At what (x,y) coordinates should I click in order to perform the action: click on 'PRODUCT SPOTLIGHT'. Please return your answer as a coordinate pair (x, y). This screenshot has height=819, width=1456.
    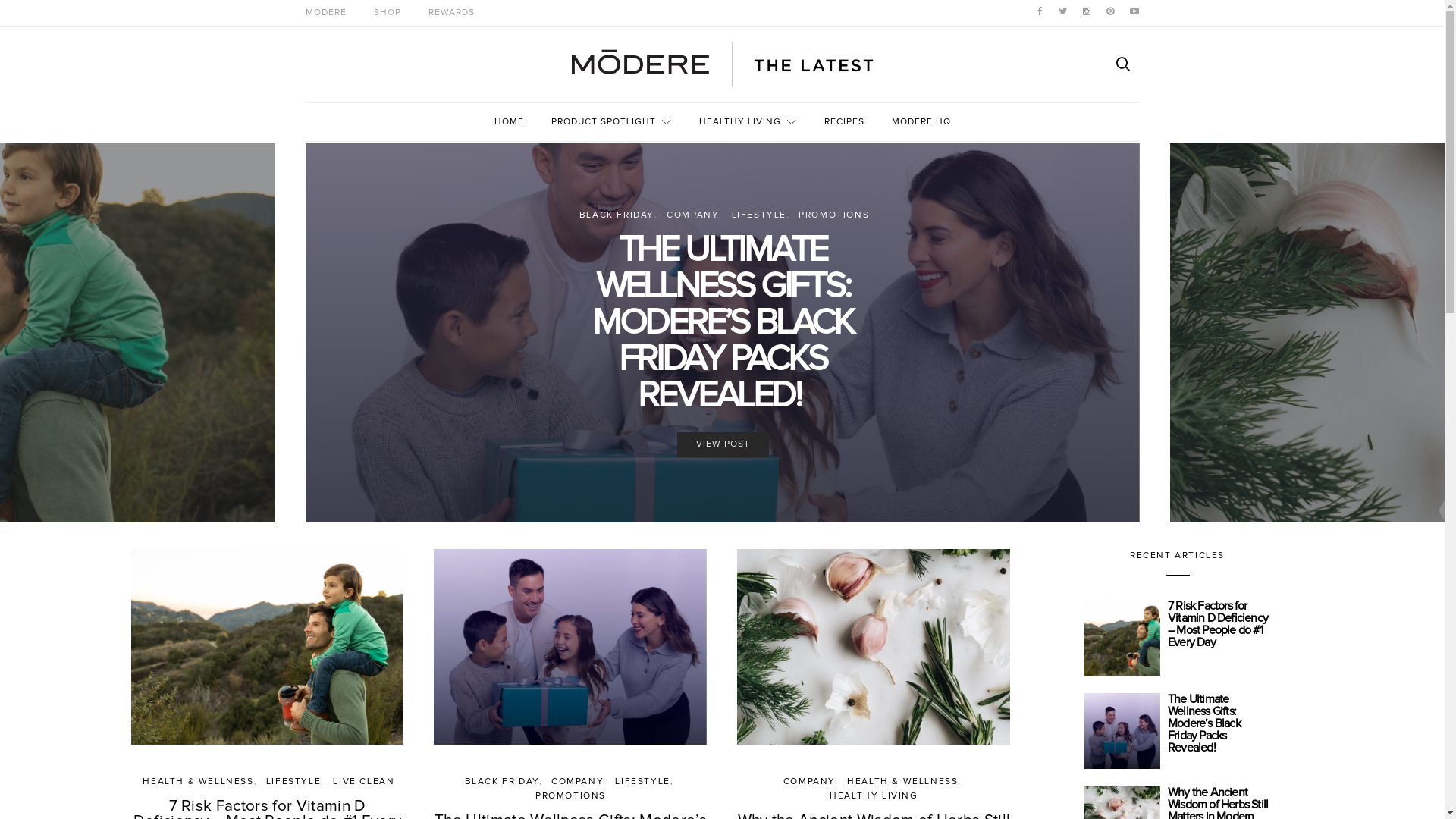
    Looking at the image, I should click on (610, 121).